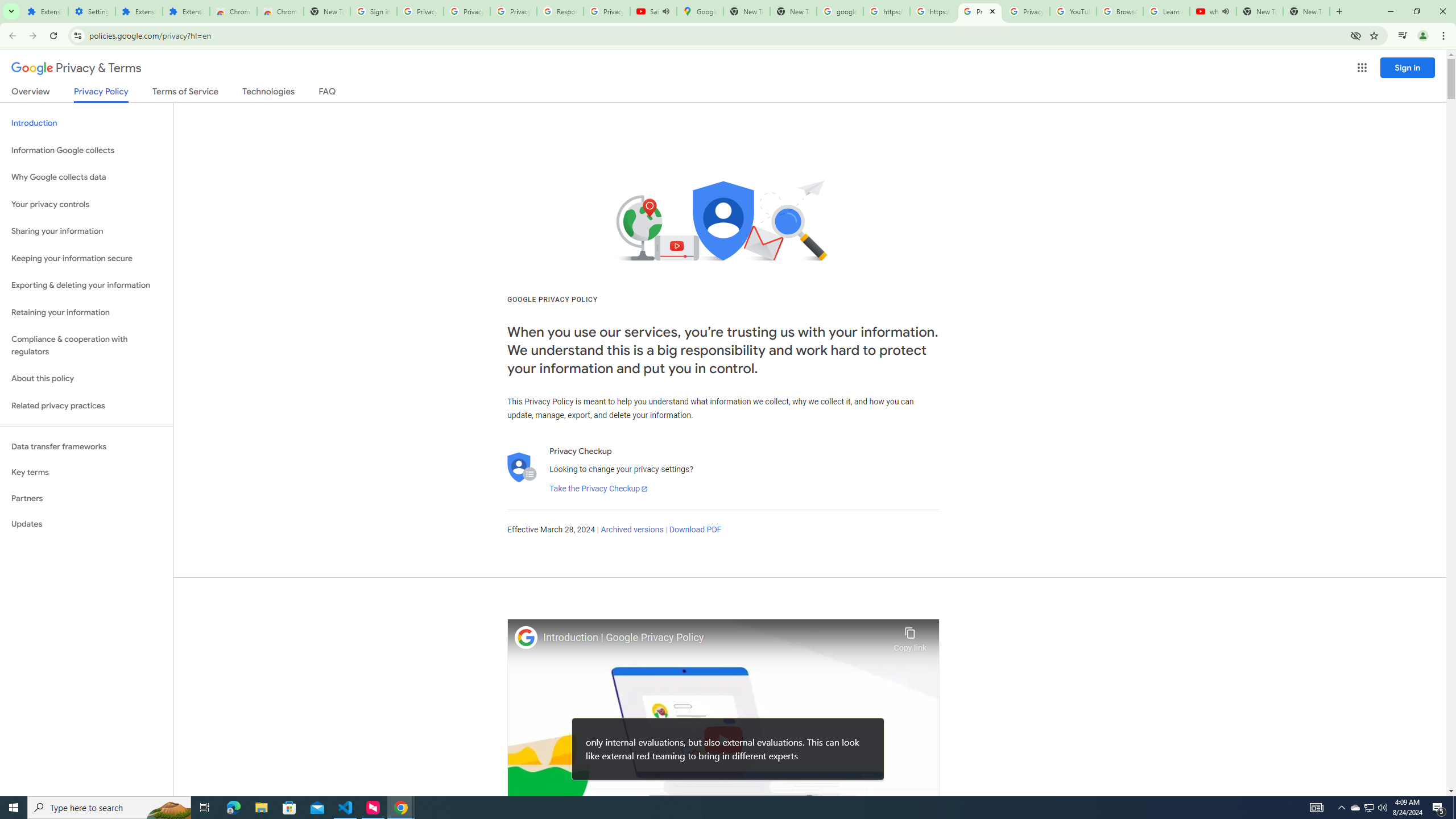 The width and height of the screenshot is (1456, 819). I want to click on 'Archived versions', so click(631, 529).